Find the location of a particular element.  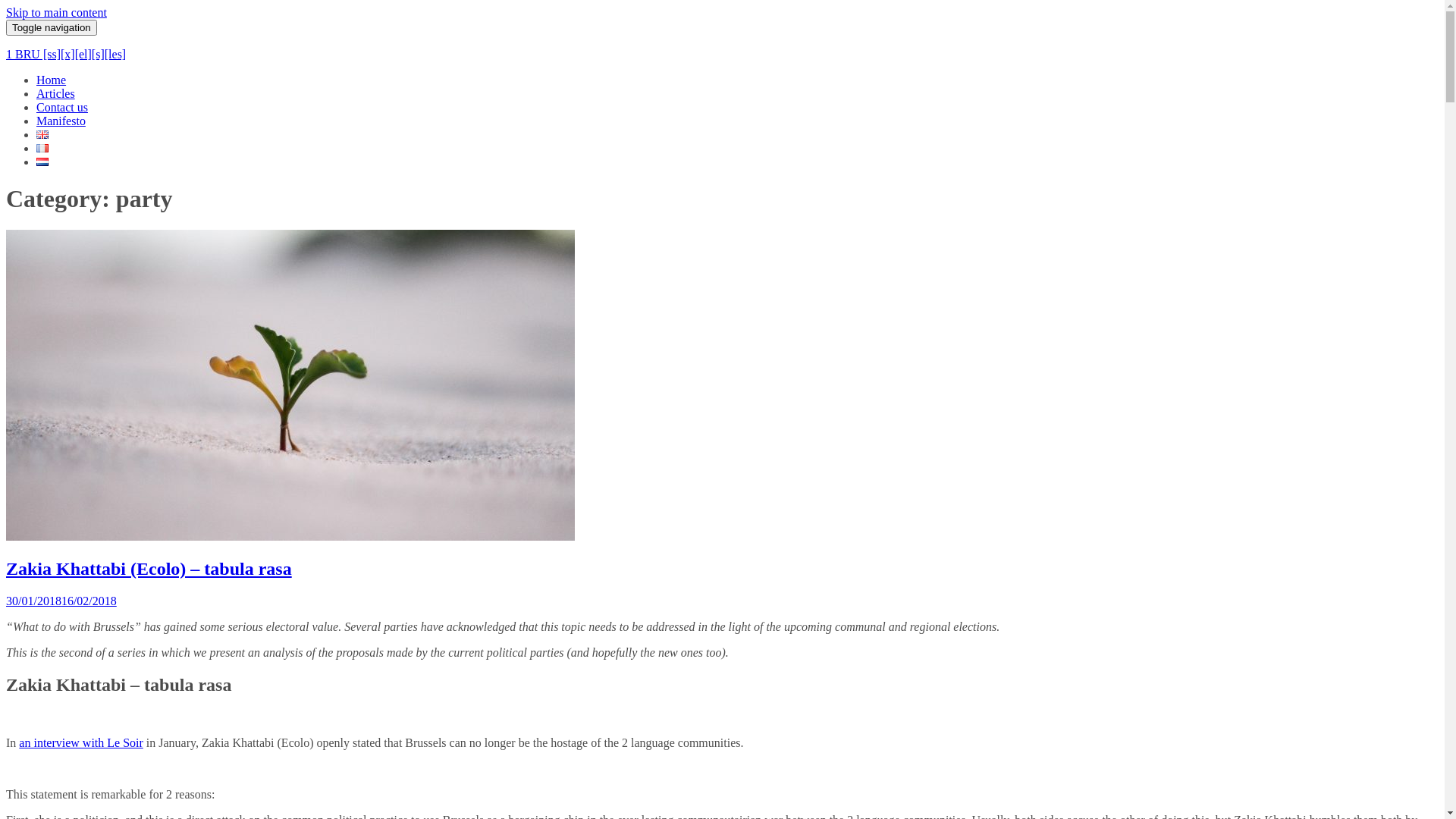

'Nederlands' is located at coordinates (42, 162).